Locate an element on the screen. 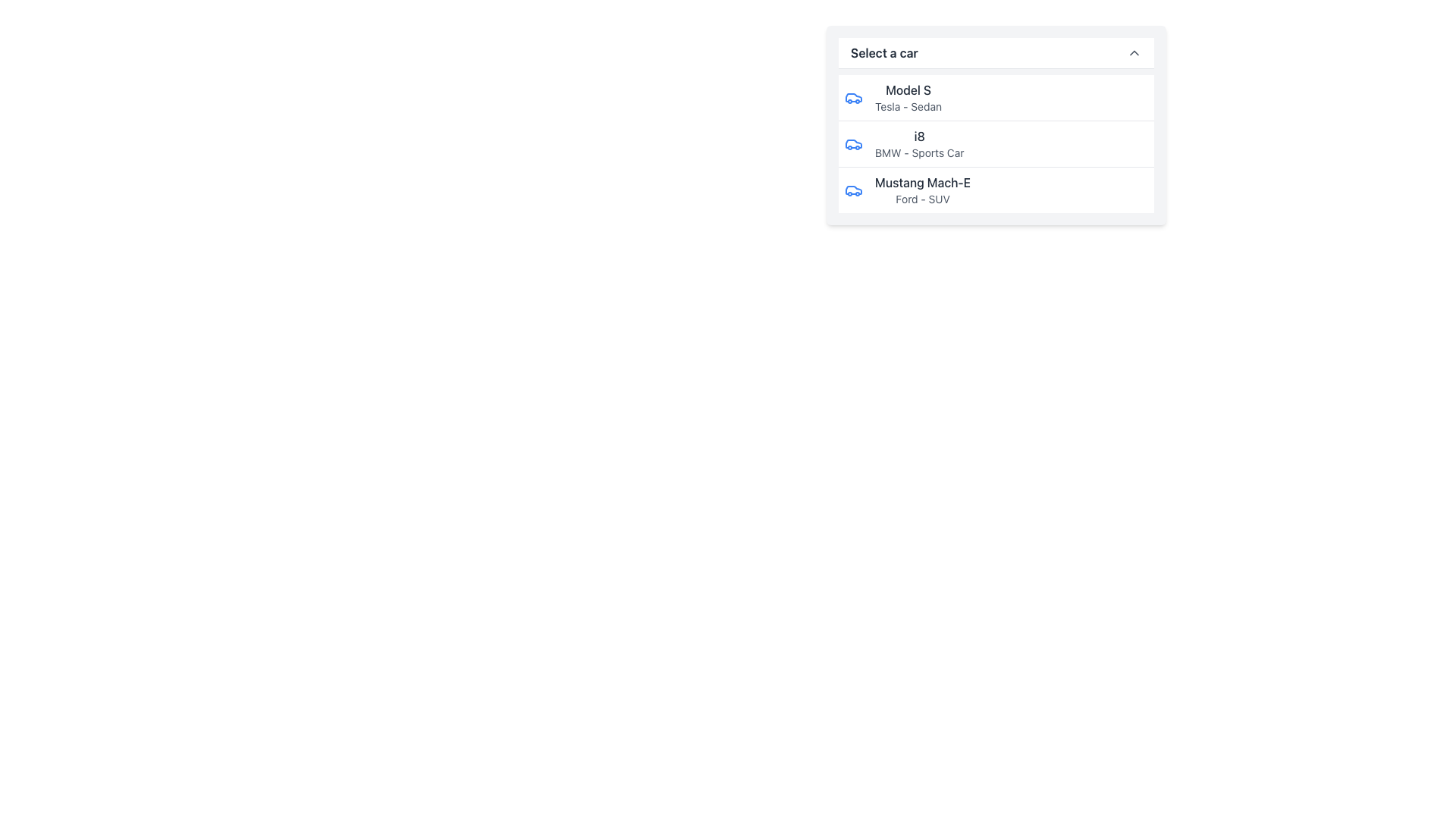 This screenshot has width=1456, height=819. label indicating the selection of a car model from the dropdown menu, which is centrally aligned and located towards the upper section of the dropdown, to the left of a chevron icon is located at coordinates (884, 52).